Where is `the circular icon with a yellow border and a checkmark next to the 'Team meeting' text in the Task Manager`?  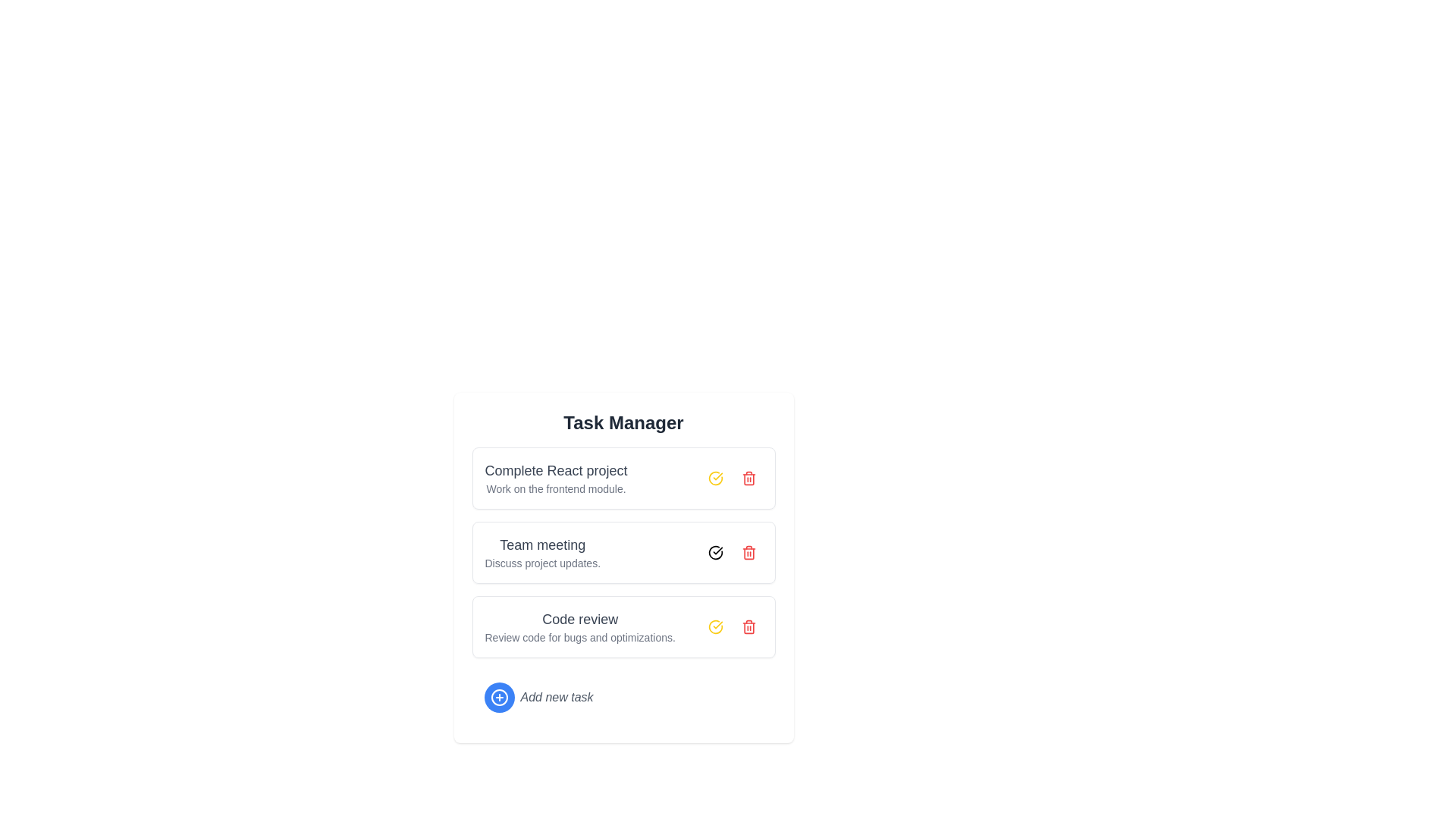 the circular icon with a yellow border and a checkmark next to the 'Team meeting' text in the Task Manager is located at coordinates (714, 479).